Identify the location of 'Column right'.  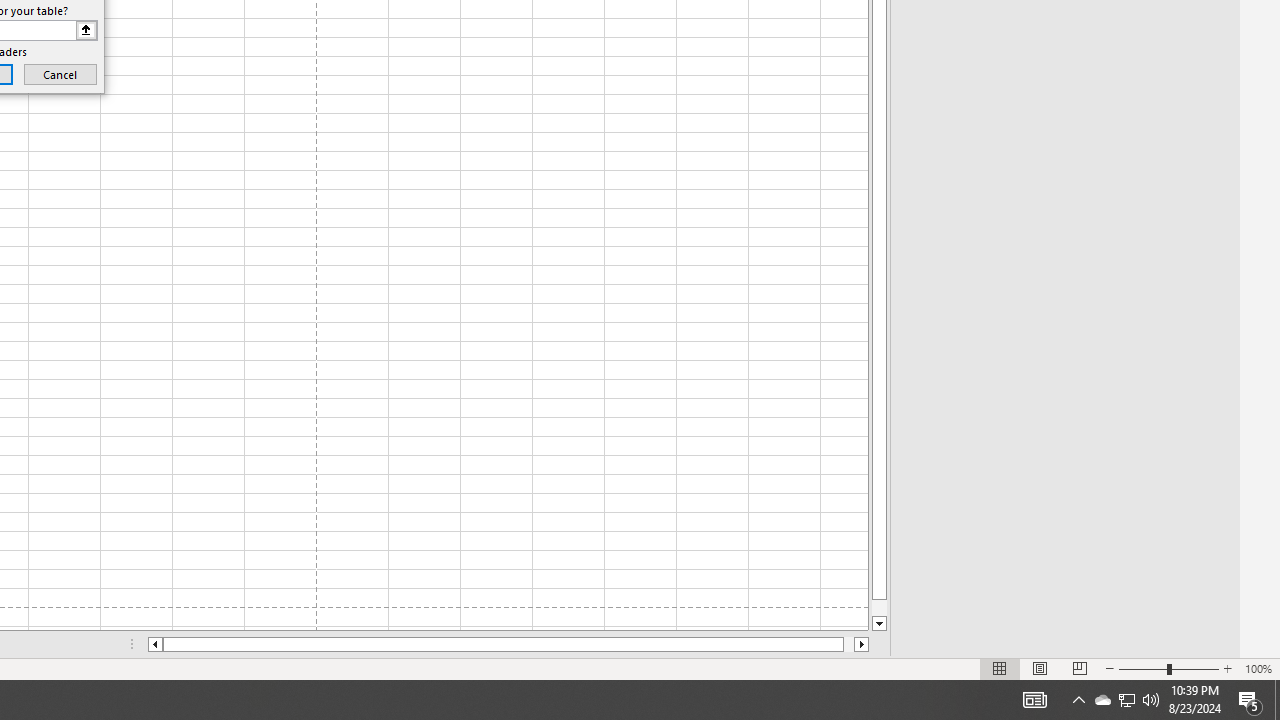
(862, 644).